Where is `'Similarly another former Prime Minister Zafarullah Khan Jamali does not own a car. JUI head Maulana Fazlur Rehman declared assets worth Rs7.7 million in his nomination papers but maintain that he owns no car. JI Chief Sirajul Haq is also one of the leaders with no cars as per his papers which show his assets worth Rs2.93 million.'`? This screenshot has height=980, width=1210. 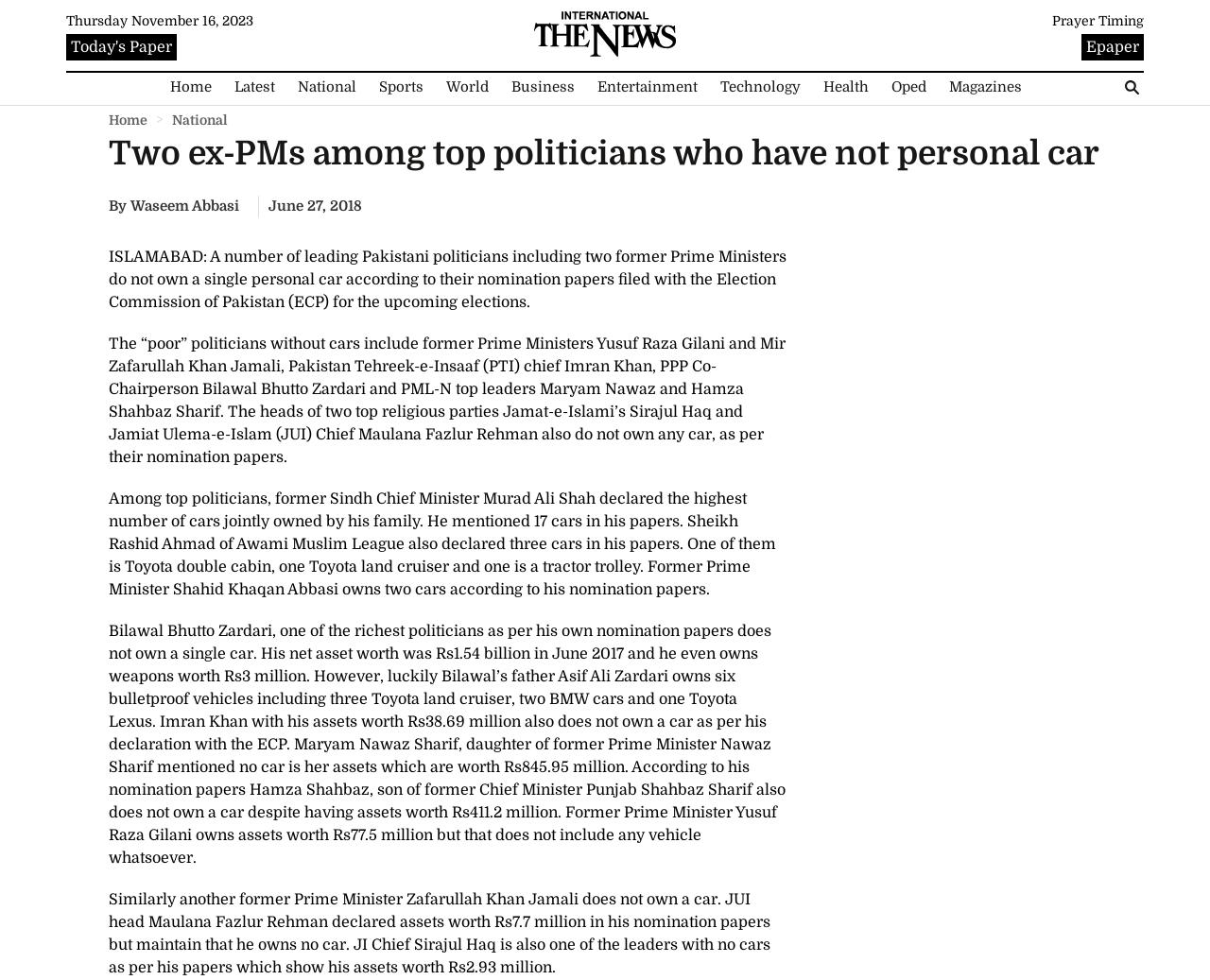 'Similarly another former Prime Minister Zafarullah Khan Jamali does not own a car. JUI head Maulana Fazlur Rehman declared assets worth Rs7.7 million in his nomination papers but maintain that he owns no car. JI Chief Sirajul Haq is also one of the leaders with no cars as per his papers which show his assets worth Rs2.93 million.' is located at coordinates (439, 933).